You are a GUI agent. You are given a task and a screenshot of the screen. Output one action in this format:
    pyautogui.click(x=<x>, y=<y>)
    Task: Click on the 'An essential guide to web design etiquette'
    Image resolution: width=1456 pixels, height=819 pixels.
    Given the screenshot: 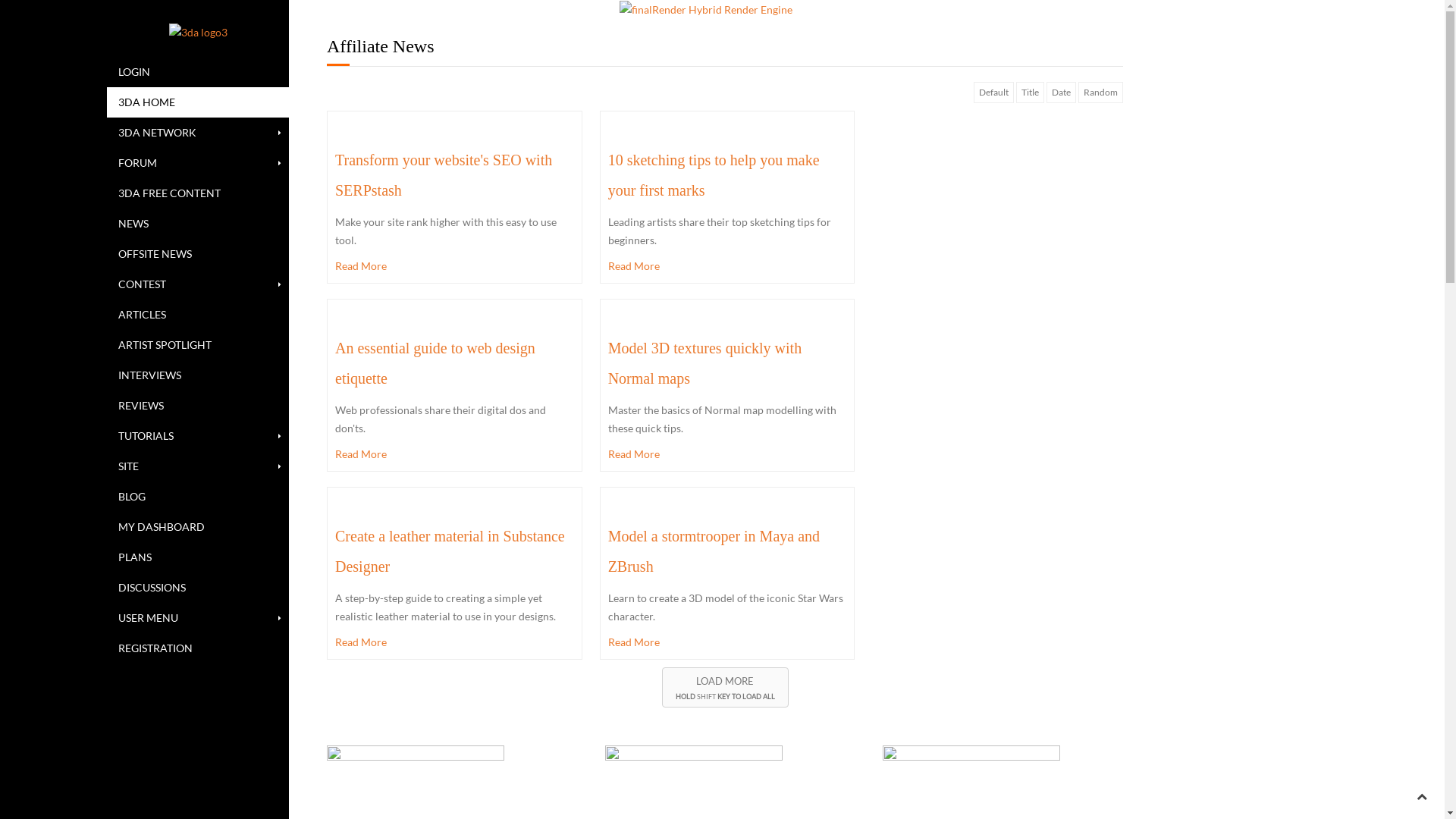 What is the action you would take?
    pyautogui.click(x=435, y=362)
    